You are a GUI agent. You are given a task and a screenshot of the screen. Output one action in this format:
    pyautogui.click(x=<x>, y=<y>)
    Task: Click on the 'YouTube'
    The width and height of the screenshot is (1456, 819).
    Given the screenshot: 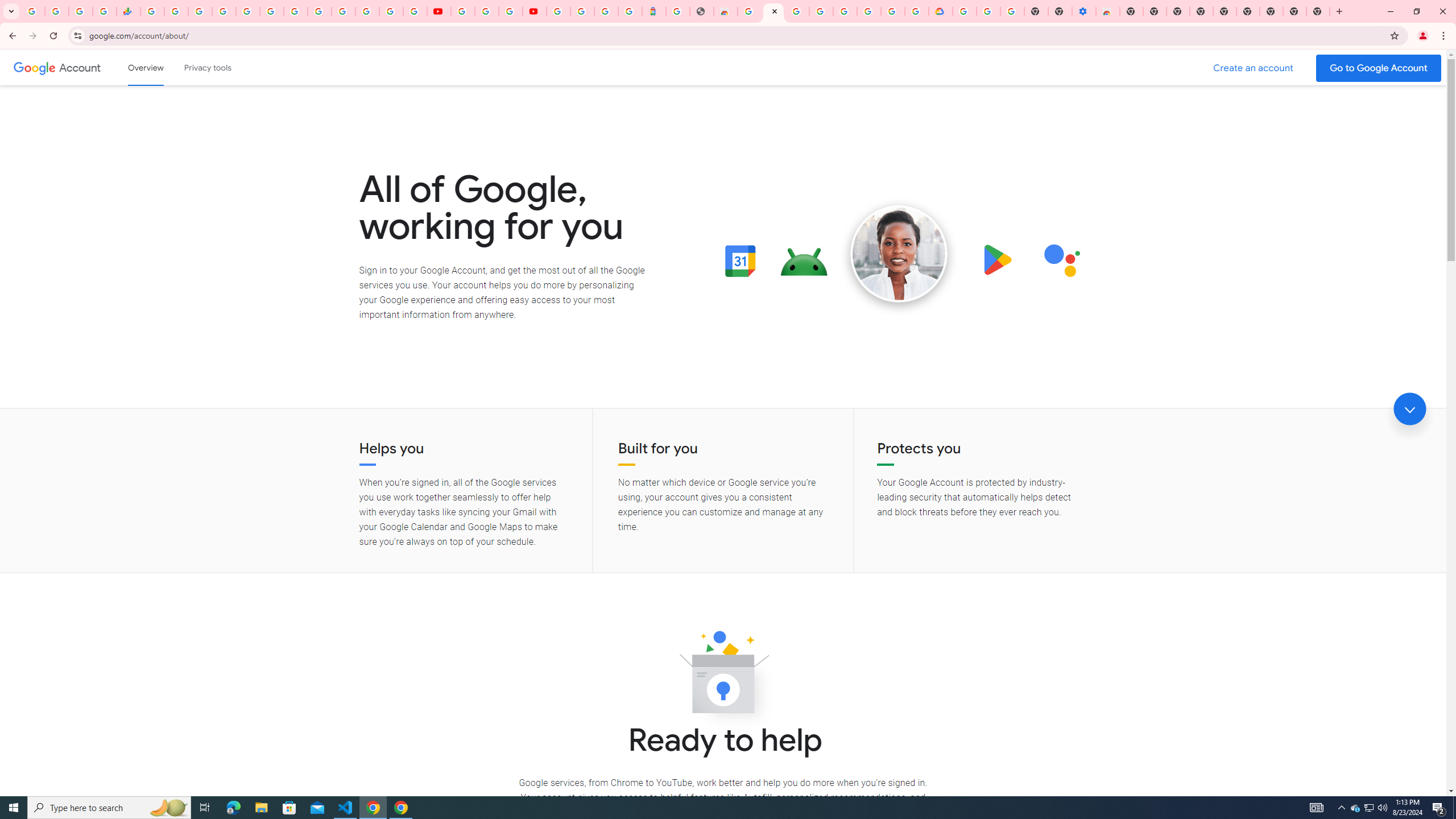 What is the action you would take?
    pyautogui.click(x=463, y=11)
    